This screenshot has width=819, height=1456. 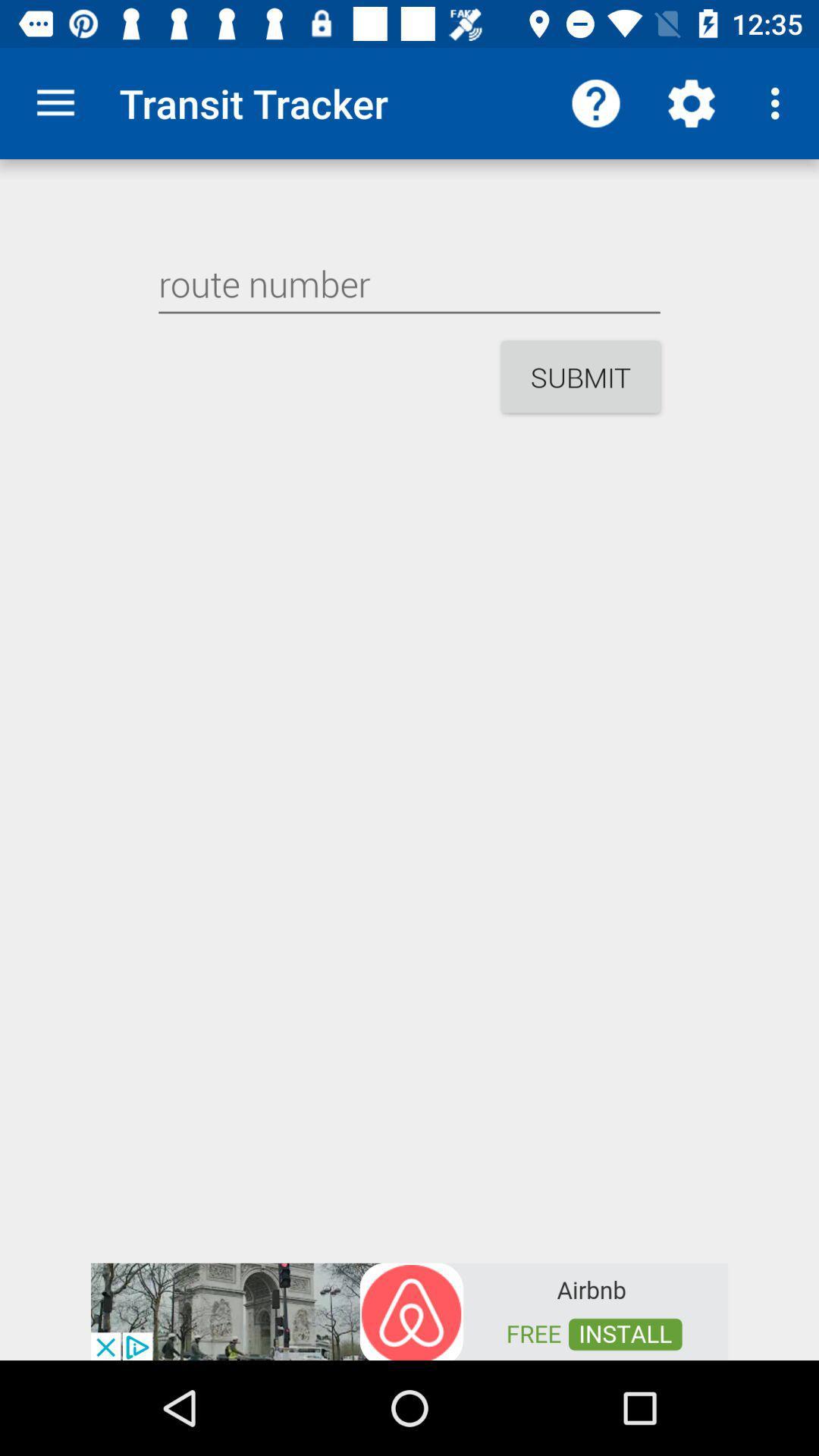 I want to click on click advertisement, so click(x=409, y=1310).